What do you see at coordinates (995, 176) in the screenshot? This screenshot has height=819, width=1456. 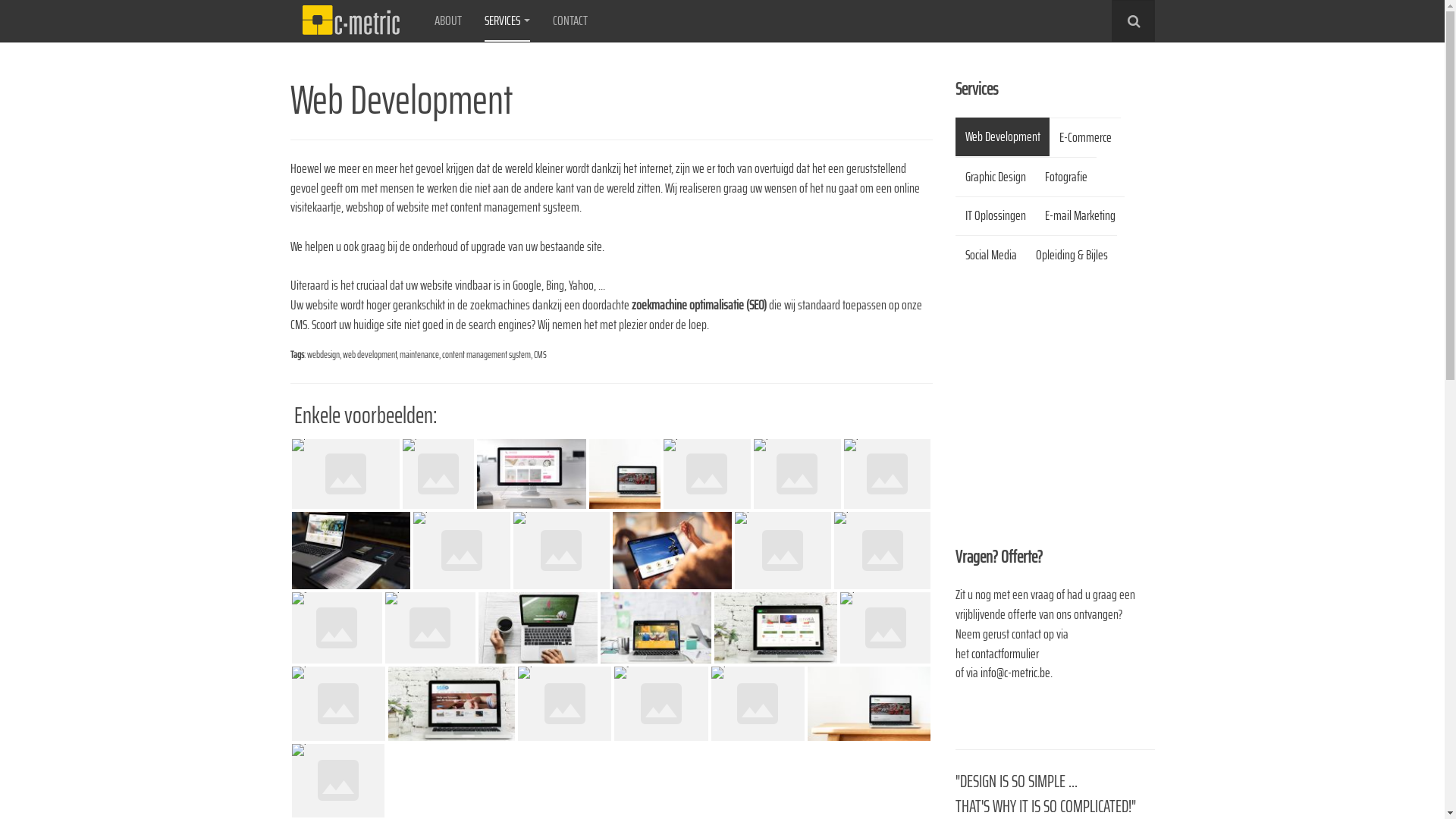 I see `'Graphic Design'` at bounding box center [995, 176].